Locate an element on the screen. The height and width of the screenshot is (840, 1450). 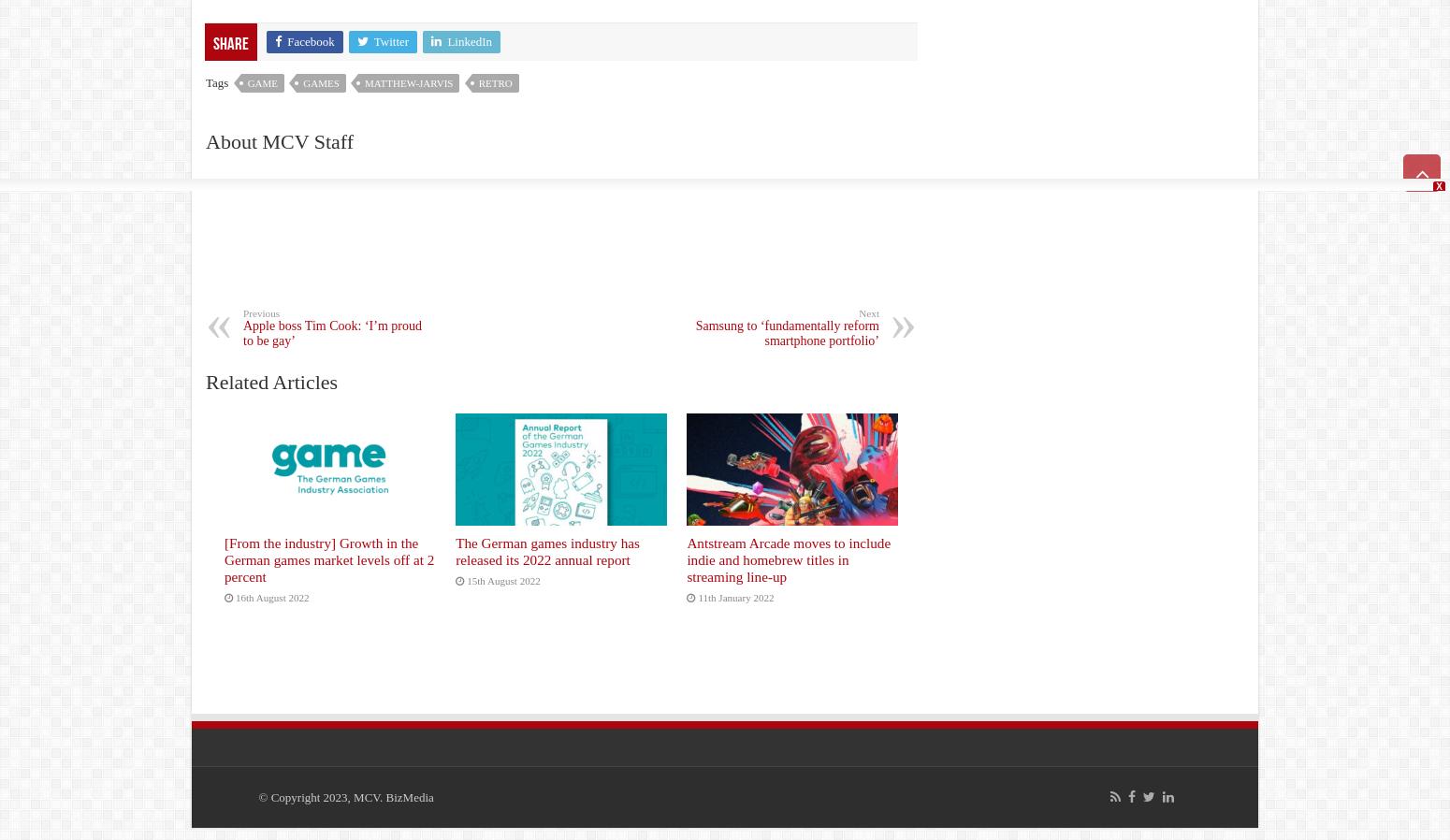
'16th August 2022' is located at coordinates (271, 597).